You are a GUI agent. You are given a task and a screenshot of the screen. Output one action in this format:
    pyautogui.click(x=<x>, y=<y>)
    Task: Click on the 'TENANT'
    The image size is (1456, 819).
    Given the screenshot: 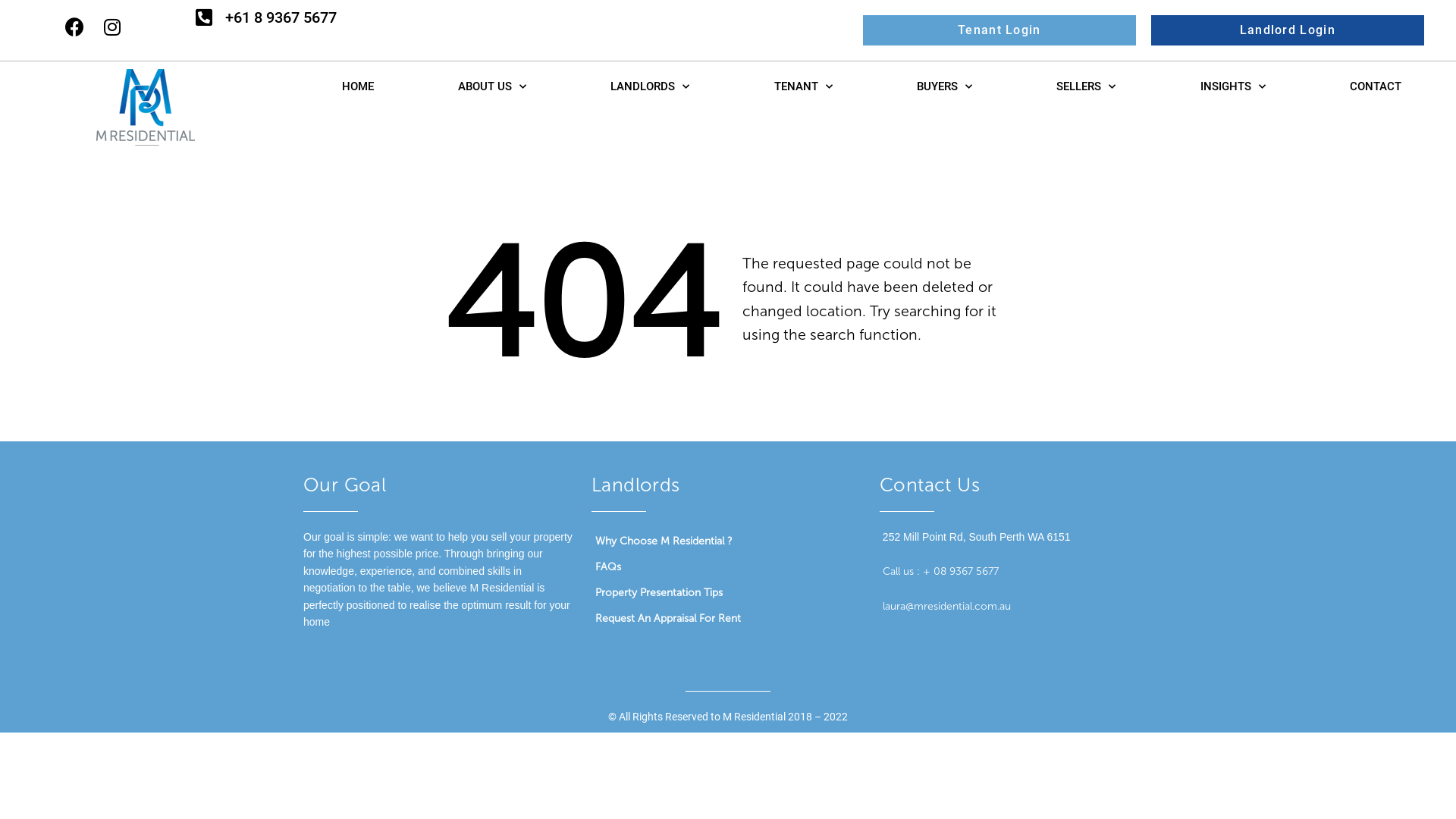 What is the action you would take?
    pyautogui.click(x=731, y=86)
    